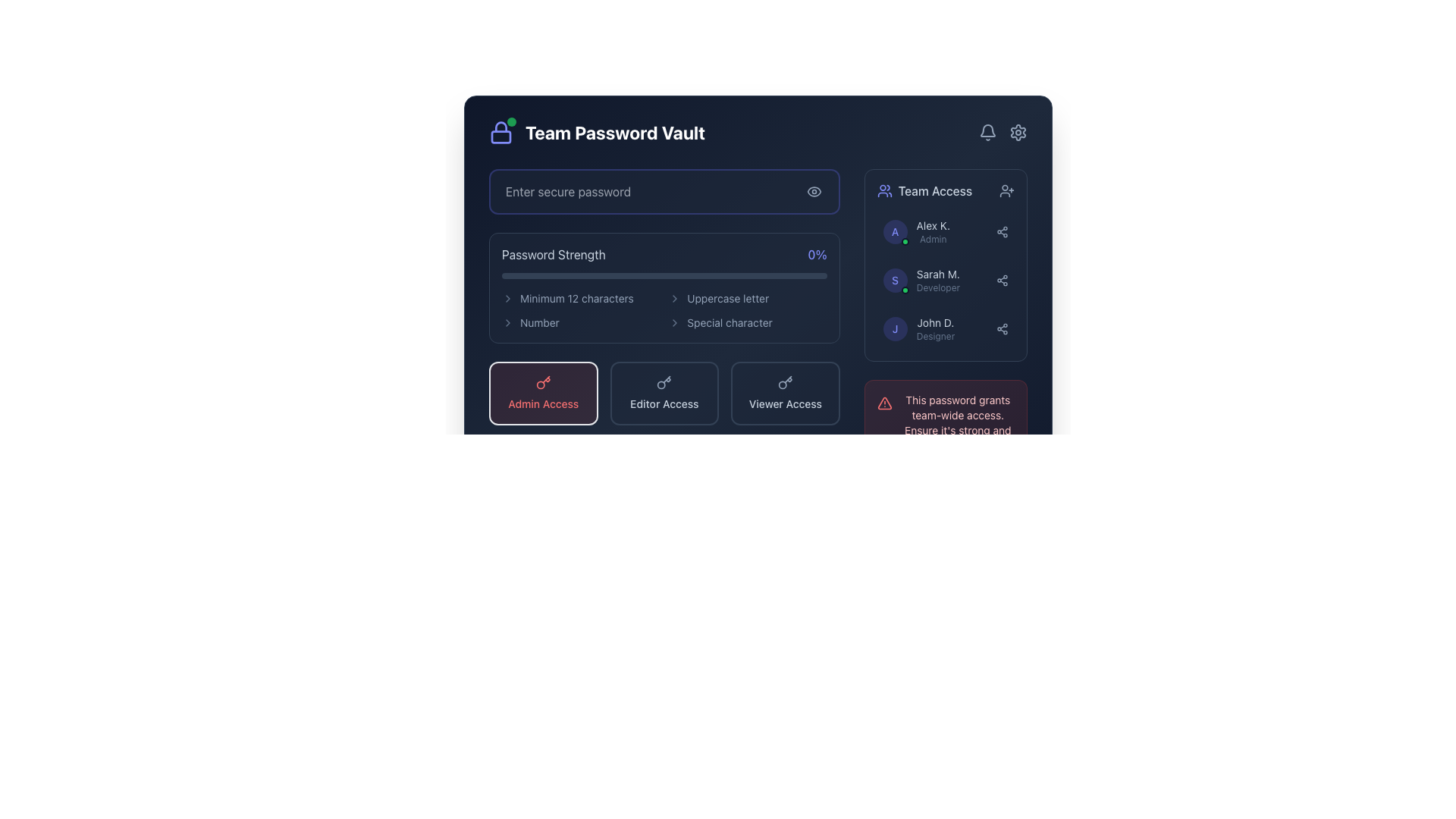  I want to click on the circular avatar icon with a dark background and indigo hue that encloses the letter 'J', located to the left of the text 'John D.Designer', so click(895, 328).